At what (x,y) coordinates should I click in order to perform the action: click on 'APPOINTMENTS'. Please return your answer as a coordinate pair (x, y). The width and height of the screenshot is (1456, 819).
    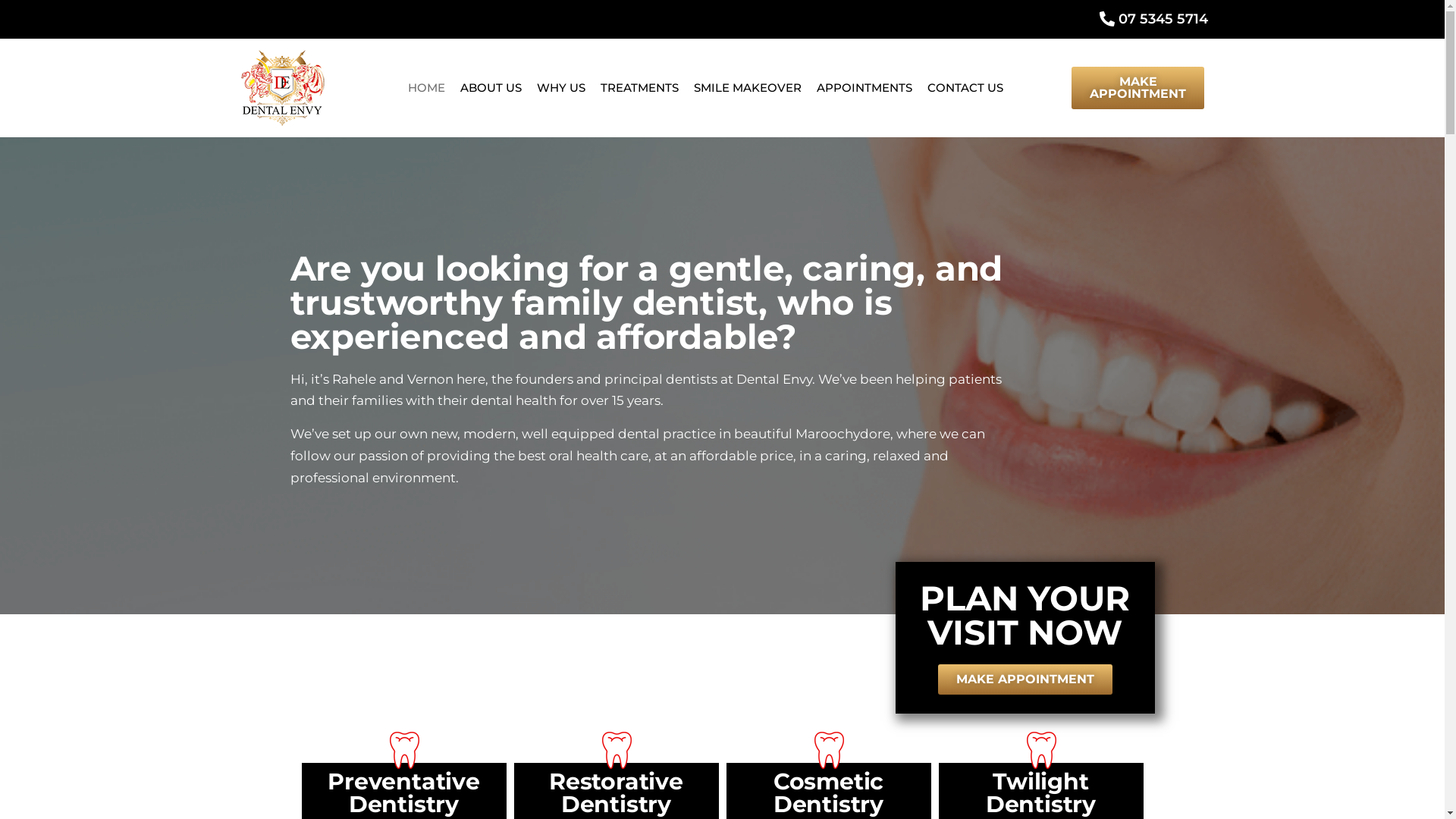
    Looking at the image, I should click on (864, 87).